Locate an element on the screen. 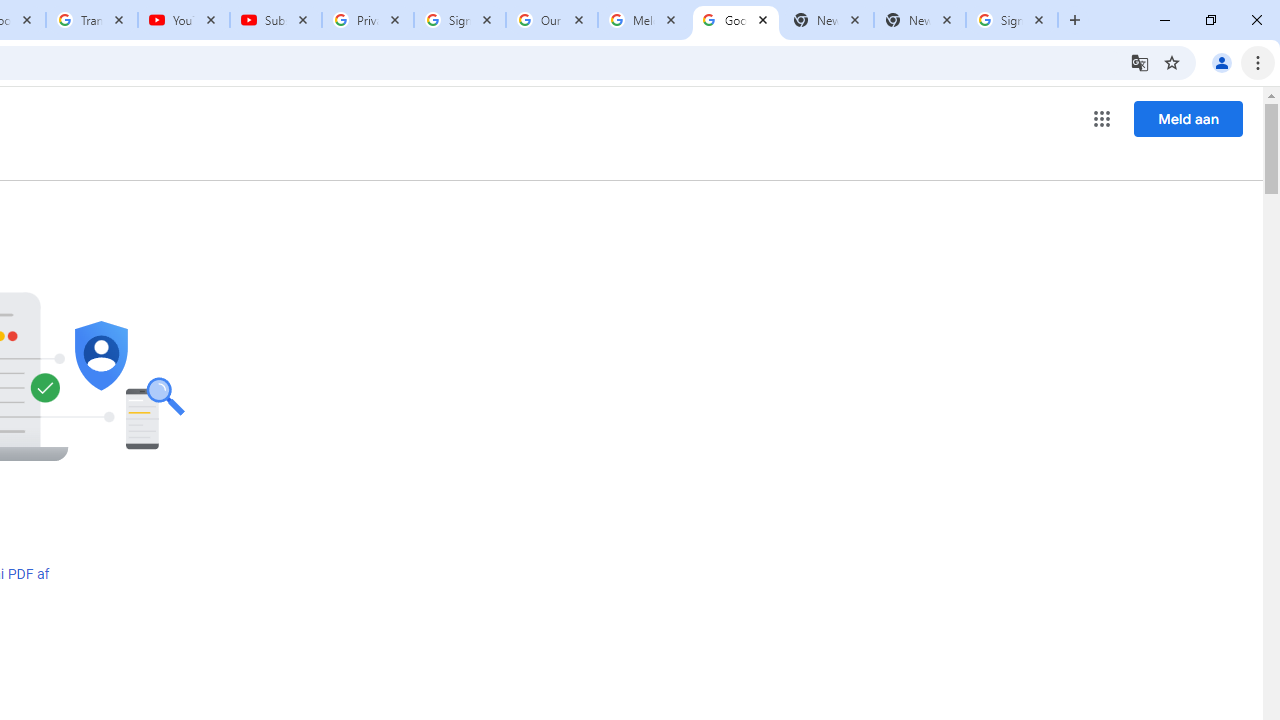 The image size is (1280, 720). 'New Tab' is located at coordinates (919, 20).